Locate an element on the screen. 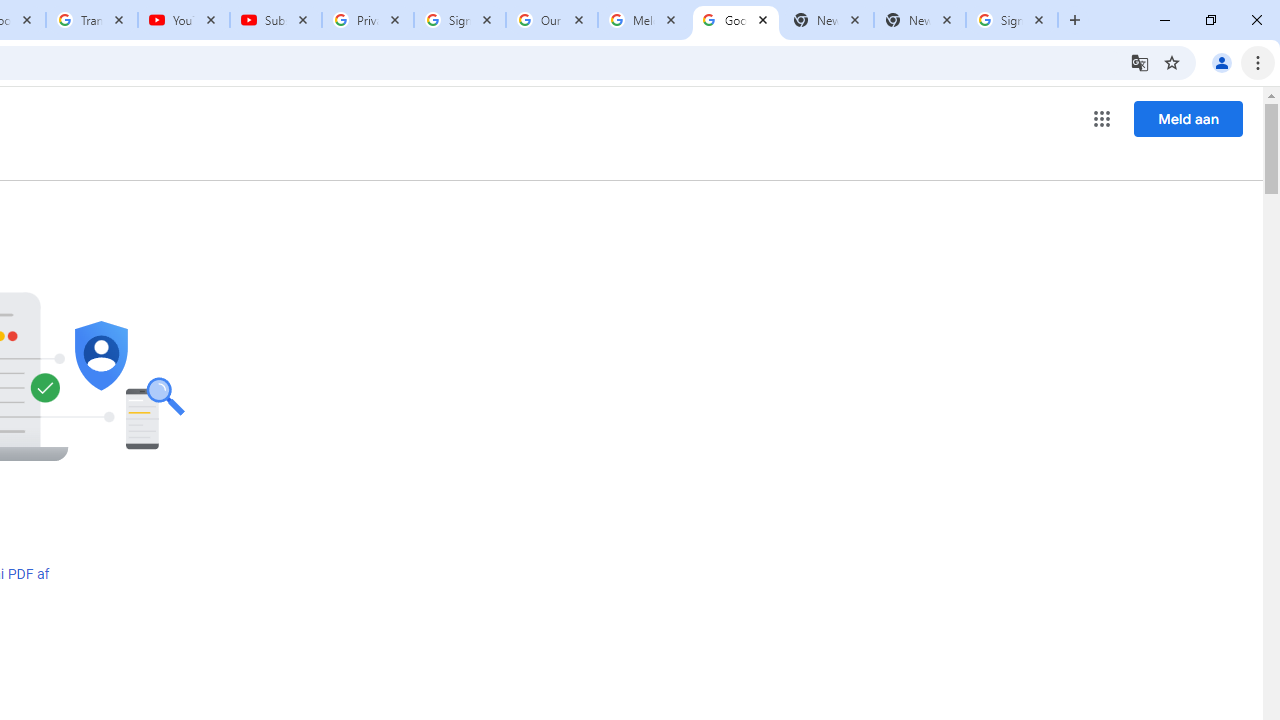 The image size is (1280, 720). 'New Tab' is located at coordinates (919, 20).